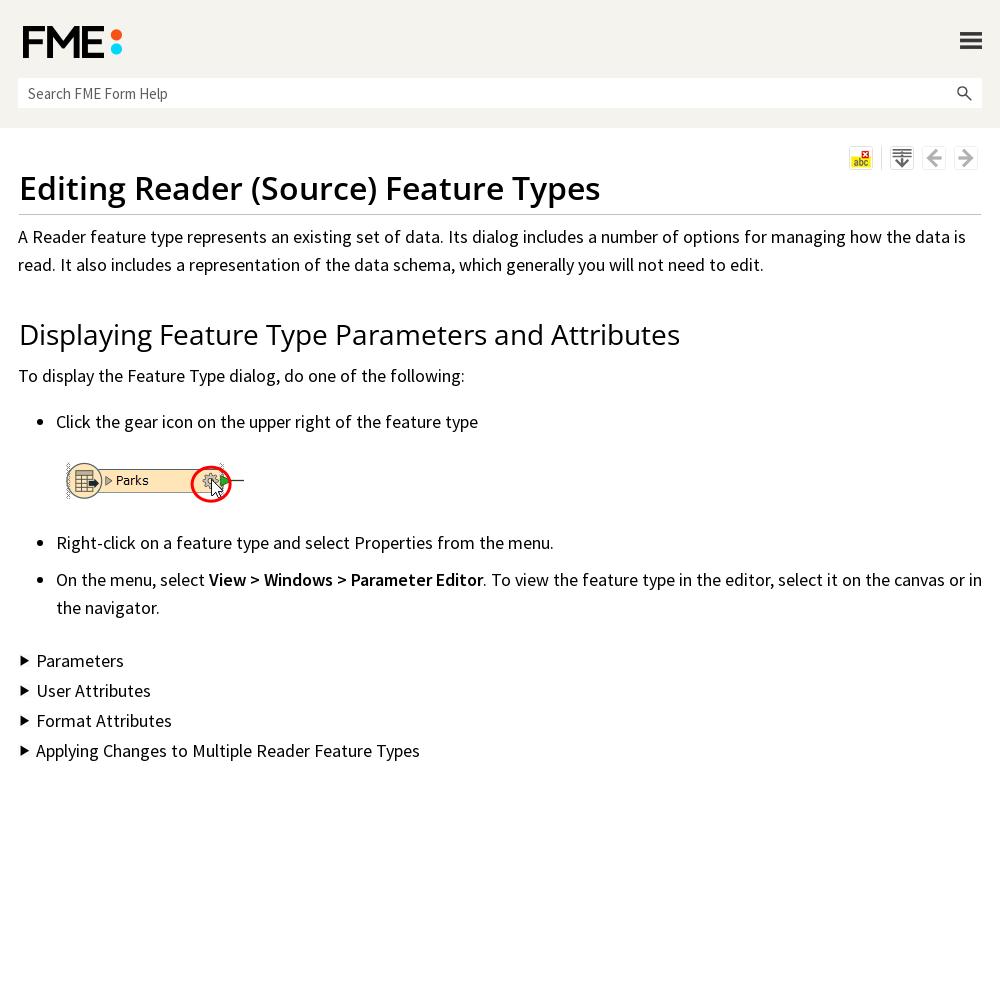 The height and width of the screenshot is (1000, 1000). What do you see at coordinates (310, 187) in the screenshot?
I see `'Editing Reader (Source) Feature Types'` at bounding box center [310, 187].